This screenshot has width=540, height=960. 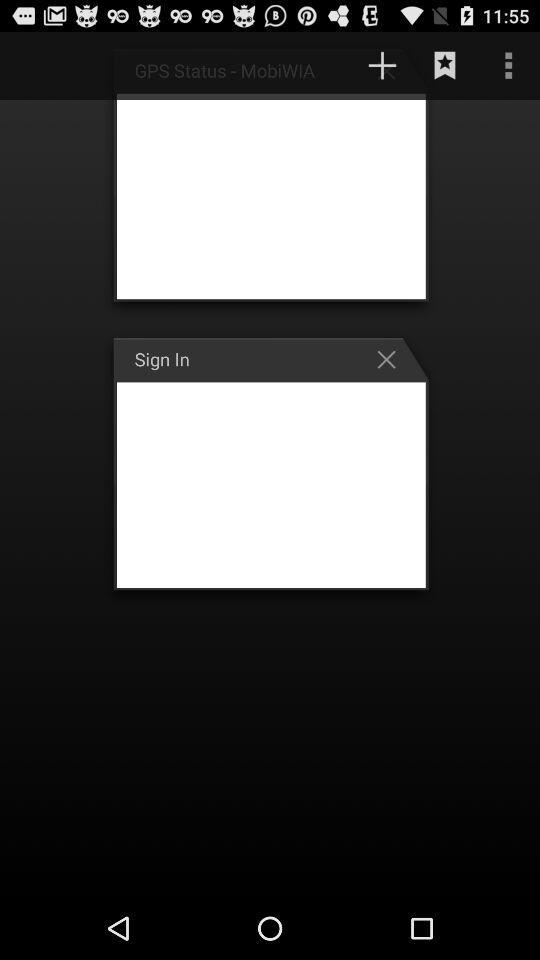 What do you see at coordinates (391, 75) in the screenshot?
I see `the add icon` at bounding box center [391, 75].